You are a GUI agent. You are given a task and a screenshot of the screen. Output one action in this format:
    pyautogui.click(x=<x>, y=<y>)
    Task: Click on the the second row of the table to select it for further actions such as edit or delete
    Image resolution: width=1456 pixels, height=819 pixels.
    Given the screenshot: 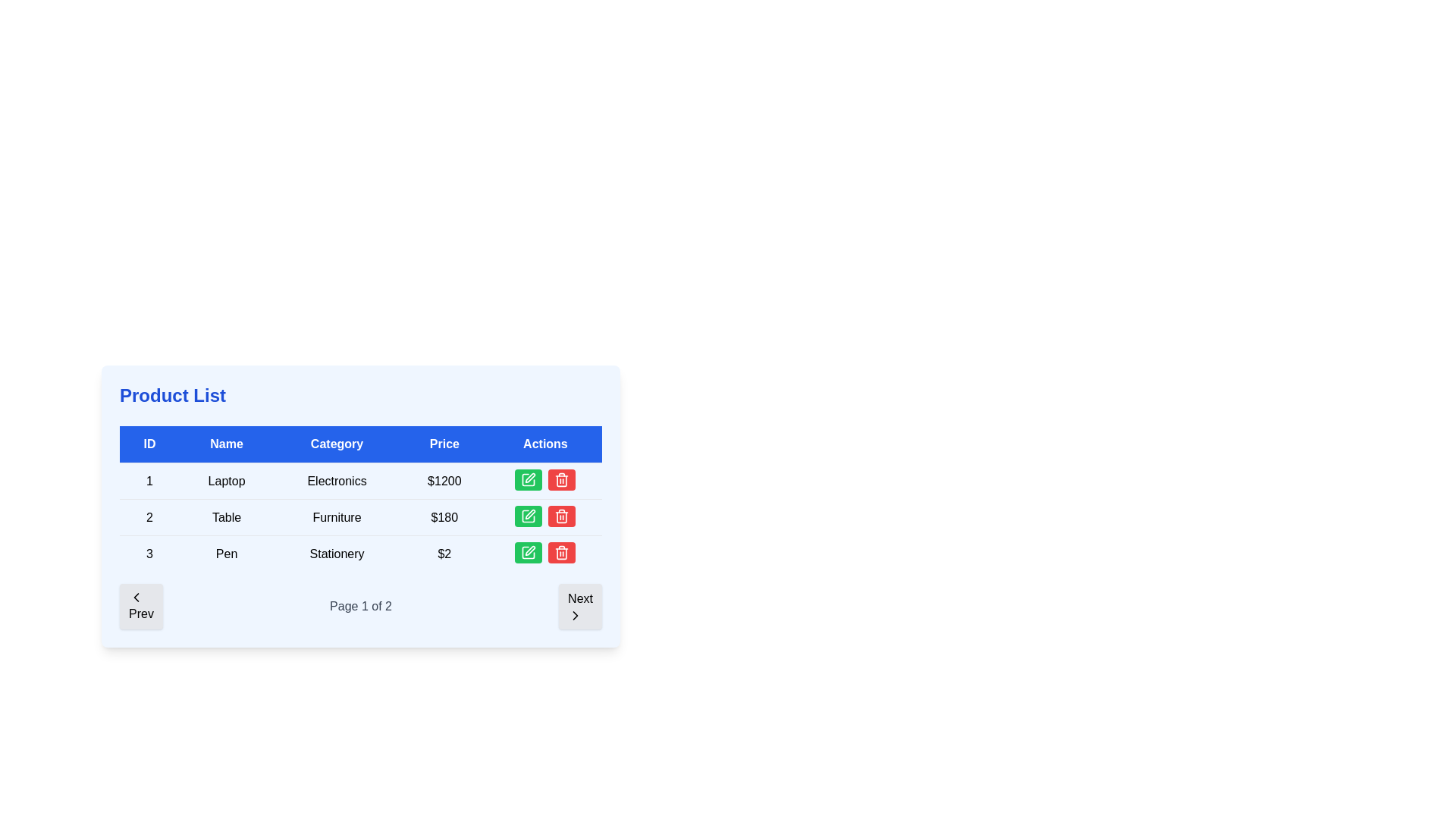 What is the action you would take?
    pyautogui.click(x=359, y=516)
    